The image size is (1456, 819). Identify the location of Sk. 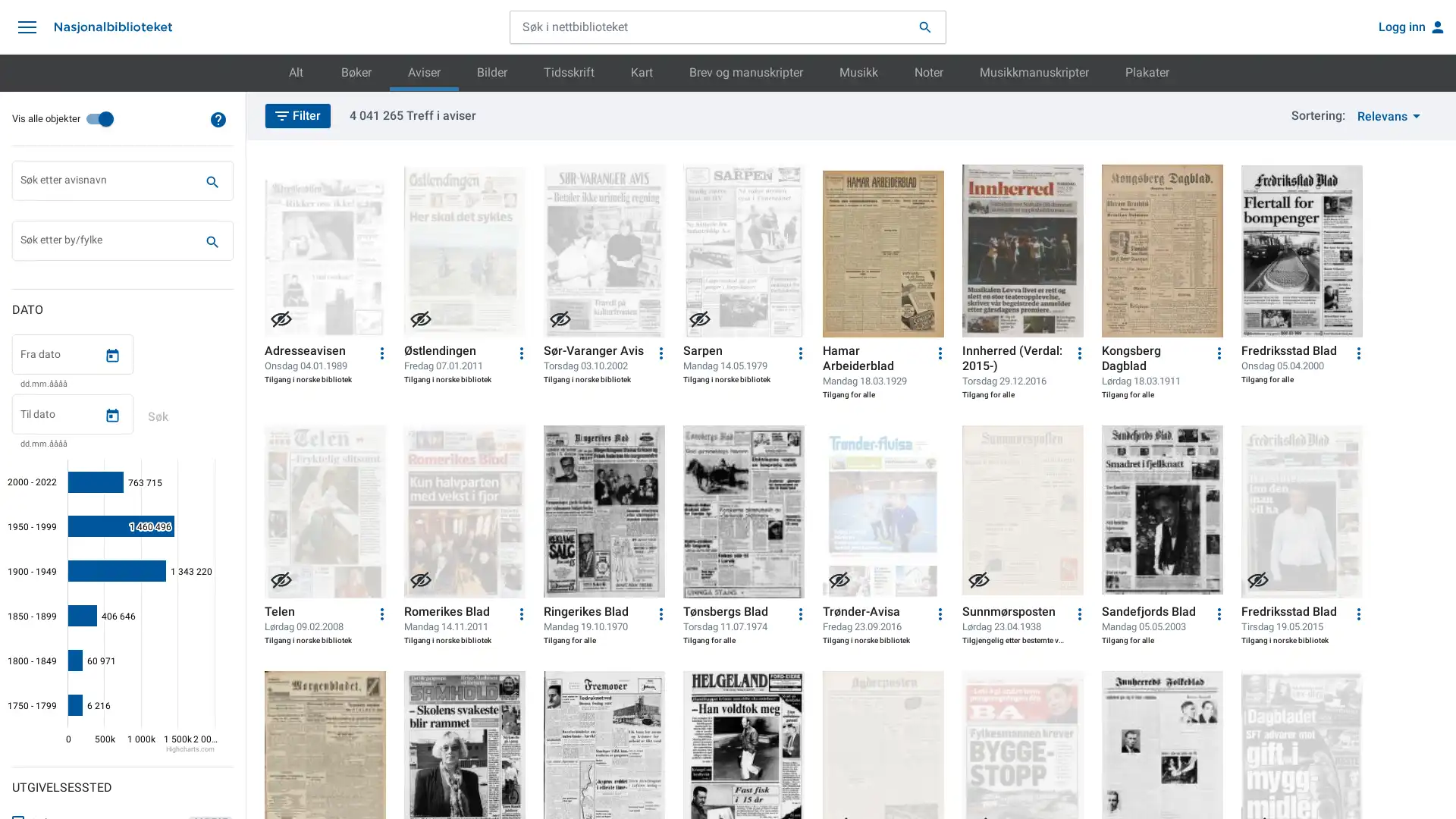
(924, 27).